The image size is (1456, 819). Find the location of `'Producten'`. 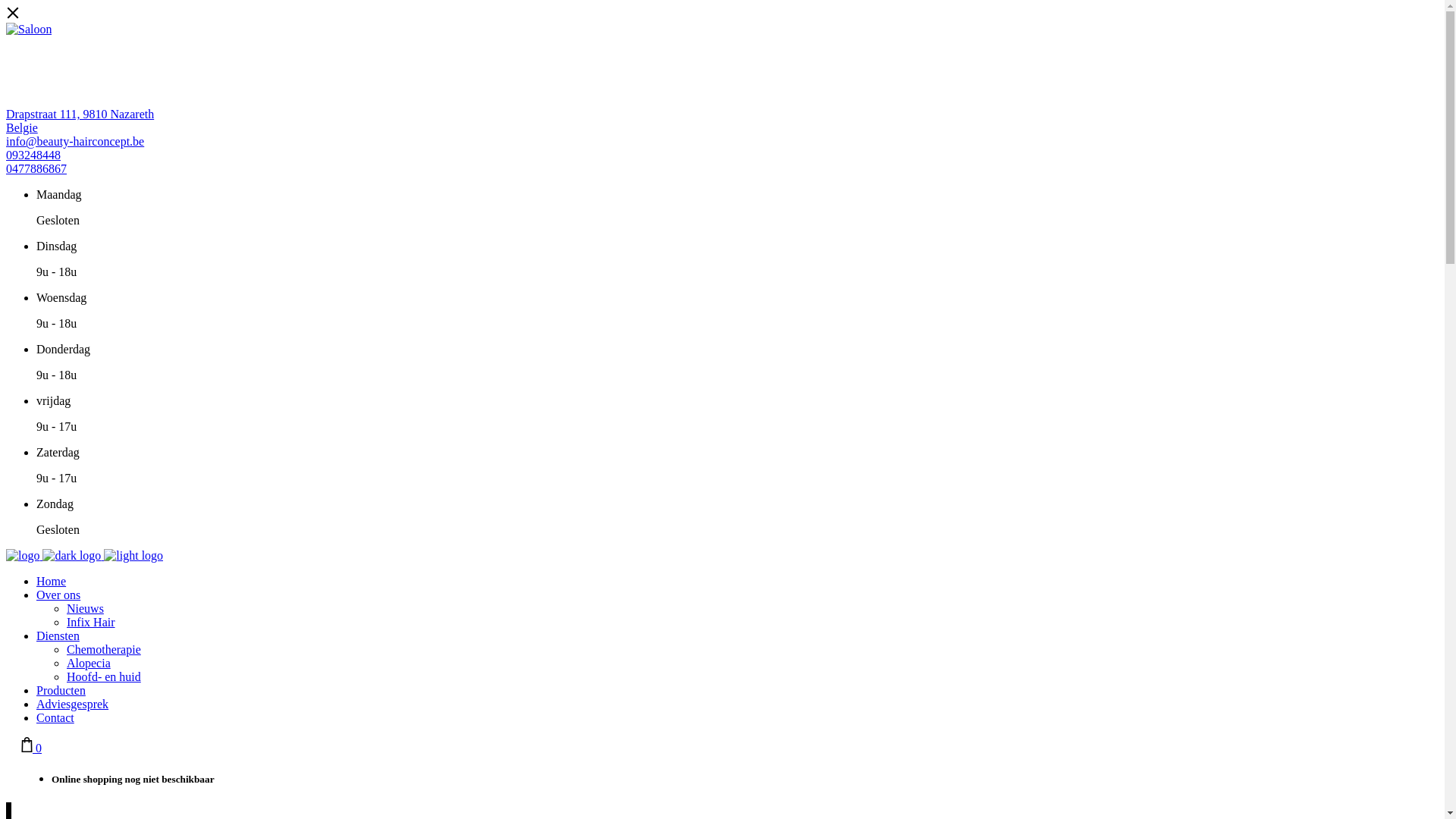

'Producten' is located at coordinates (61, 690).